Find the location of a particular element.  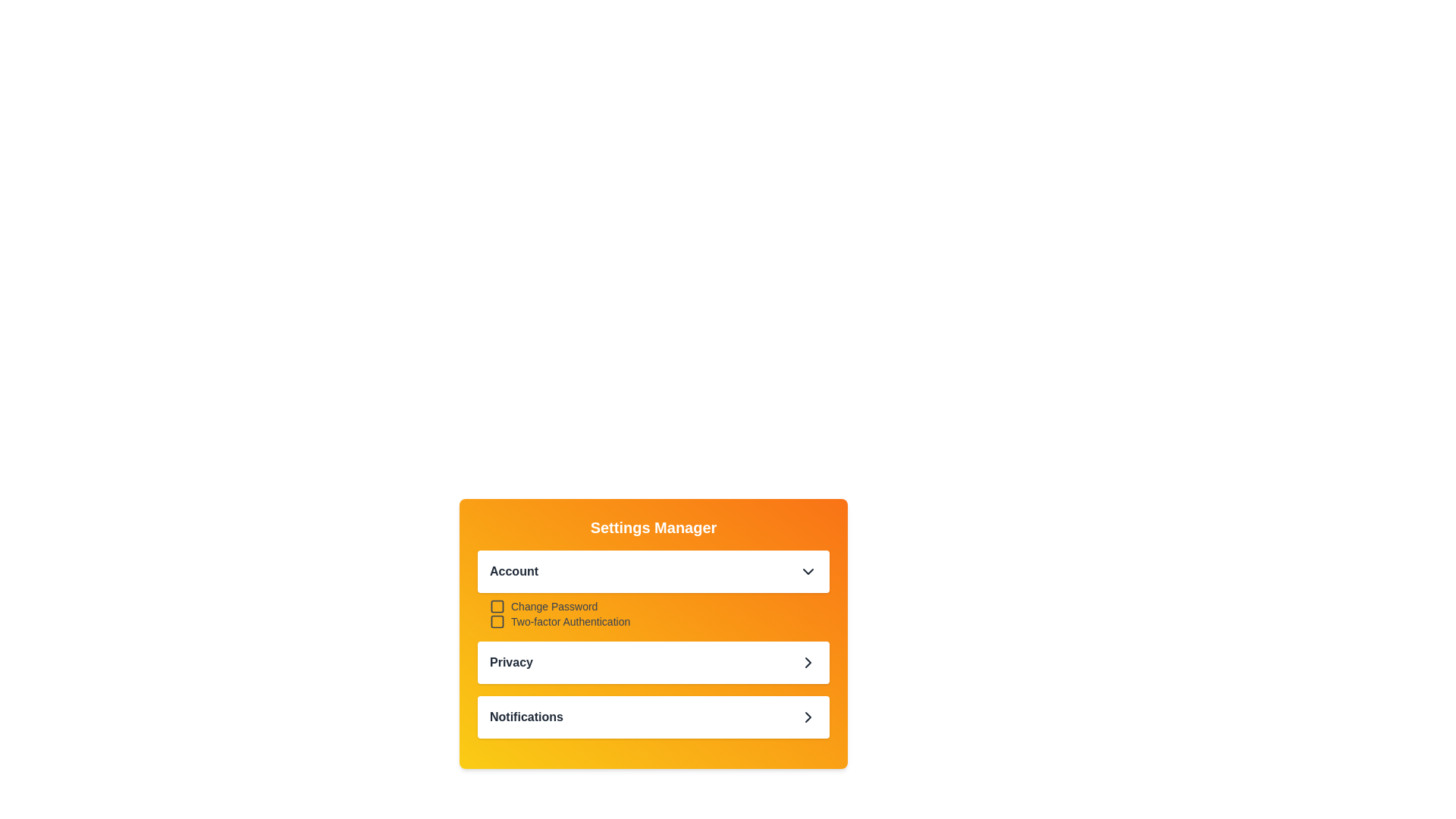

the navigation icon located to the right of the 'Privacy' list item in the settings menu is located at coordinates (807, 662).